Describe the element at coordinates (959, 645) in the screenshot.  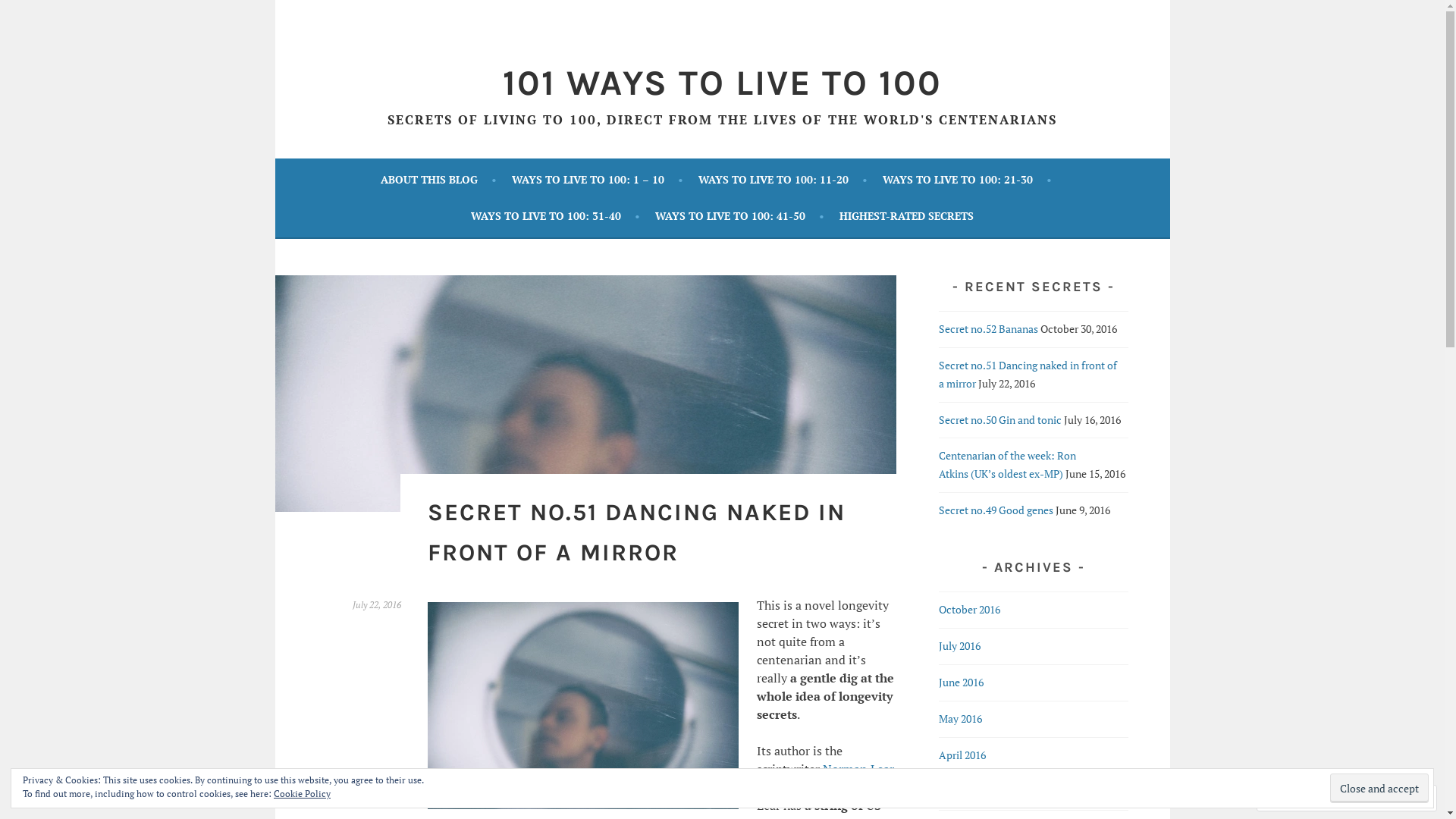
I see `'July 2016'` at that location.